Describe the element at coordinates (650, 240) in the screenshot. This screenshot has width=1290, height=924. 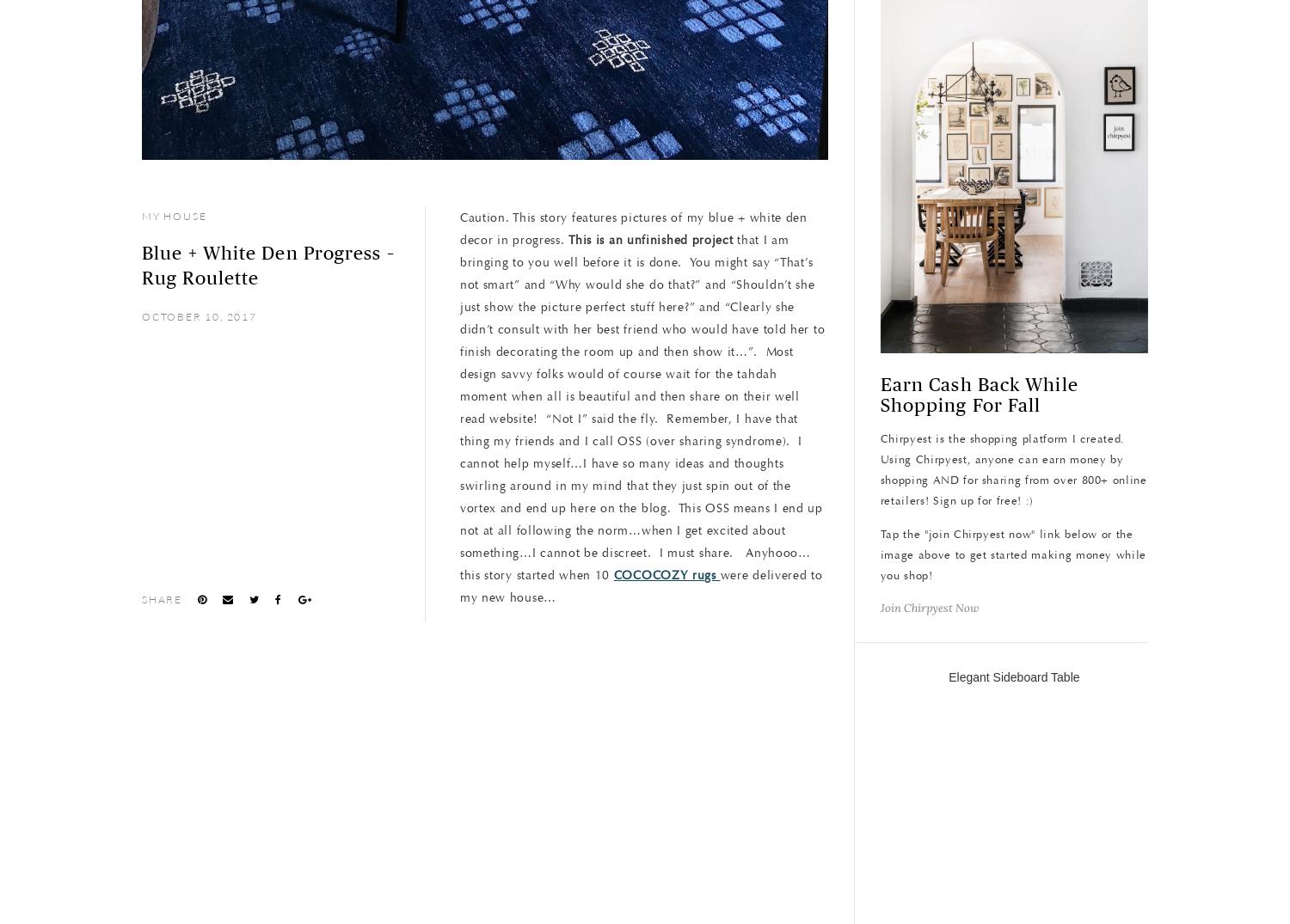
I see `'This is an unfinished project'` at that location.